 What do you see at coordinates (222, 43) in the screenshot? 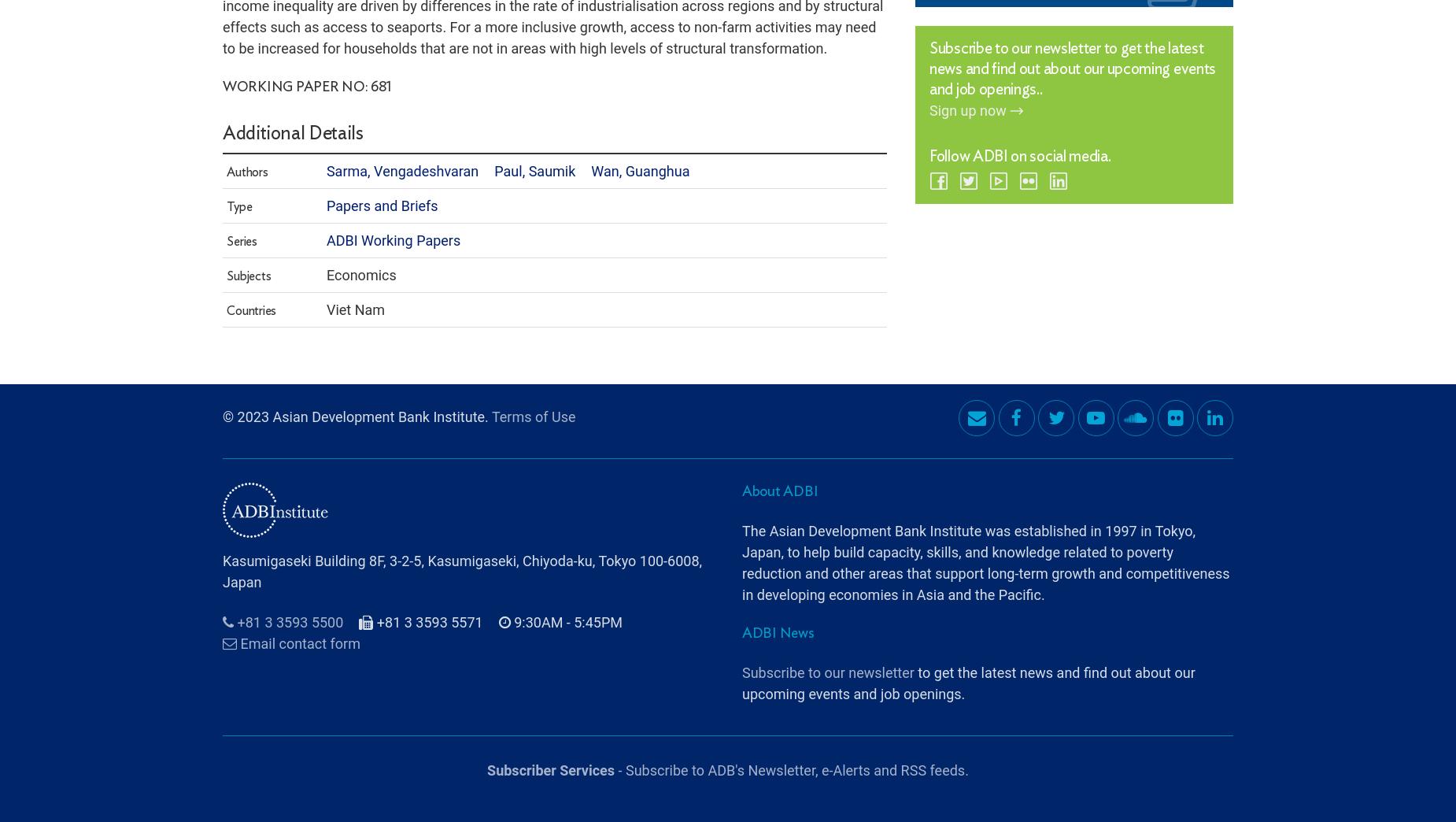
I see `'WORKING PAPER NO: 681'` at bounding box center [222, 43].